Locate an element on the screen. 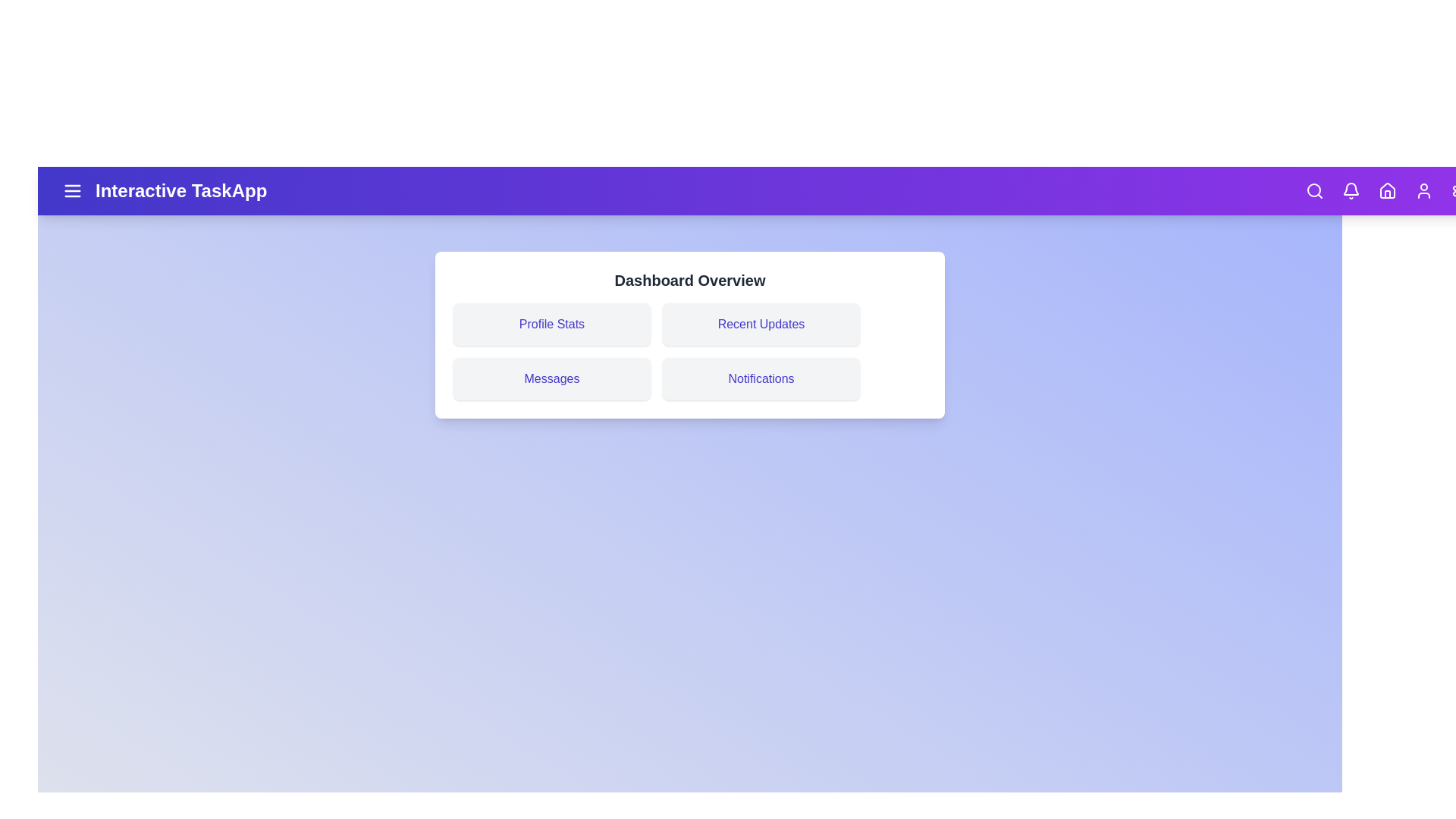 Image resolution: width=1456 pixels, height=819 pixels. the menu icon to toggle the side menu is located at coordinates (72, 190).